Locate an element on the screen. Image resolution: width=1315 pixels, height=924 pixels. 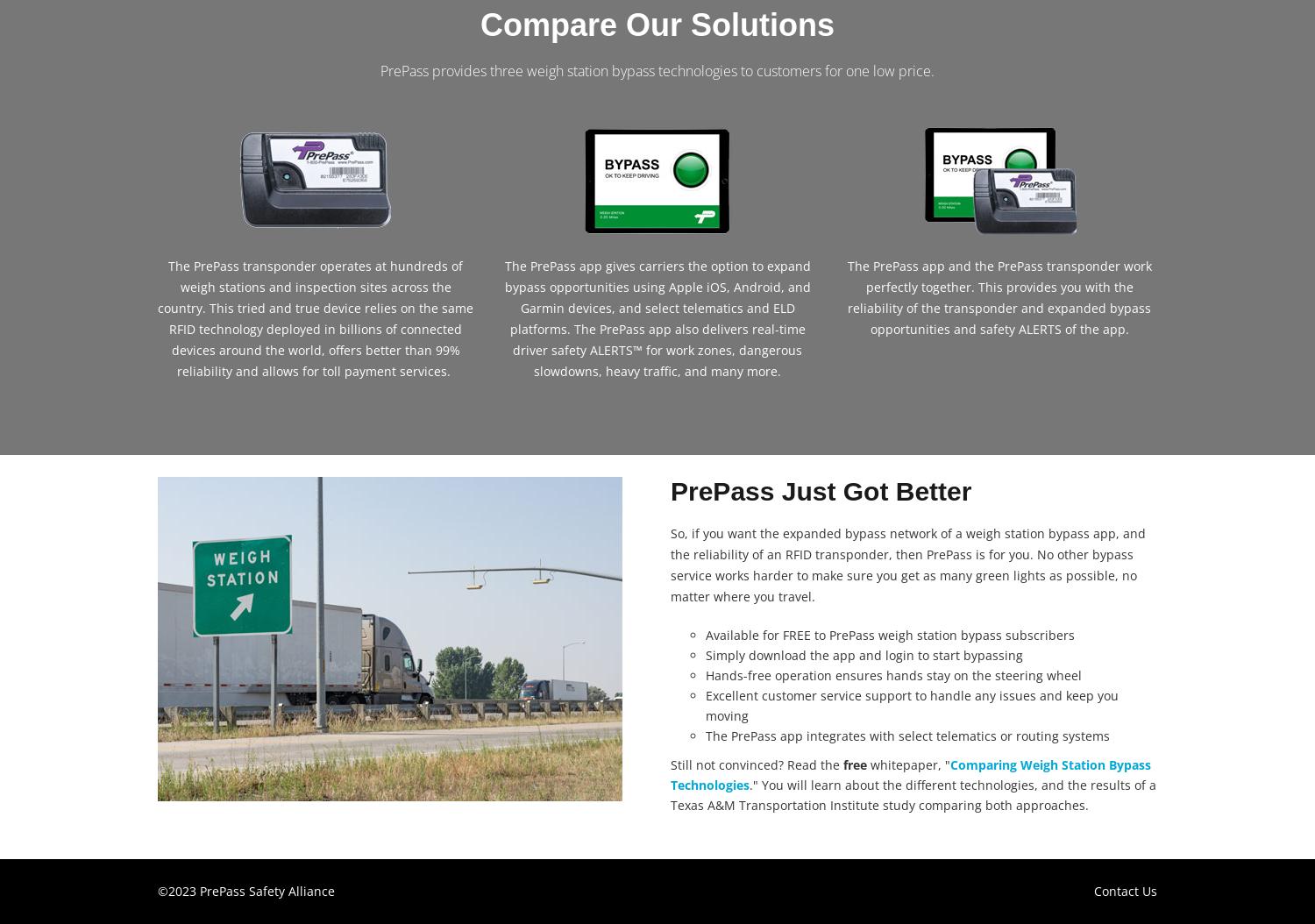
'PrePass provides three weigh station bypass technologies to customers for one low price.' is located at coordinates (657, 68).